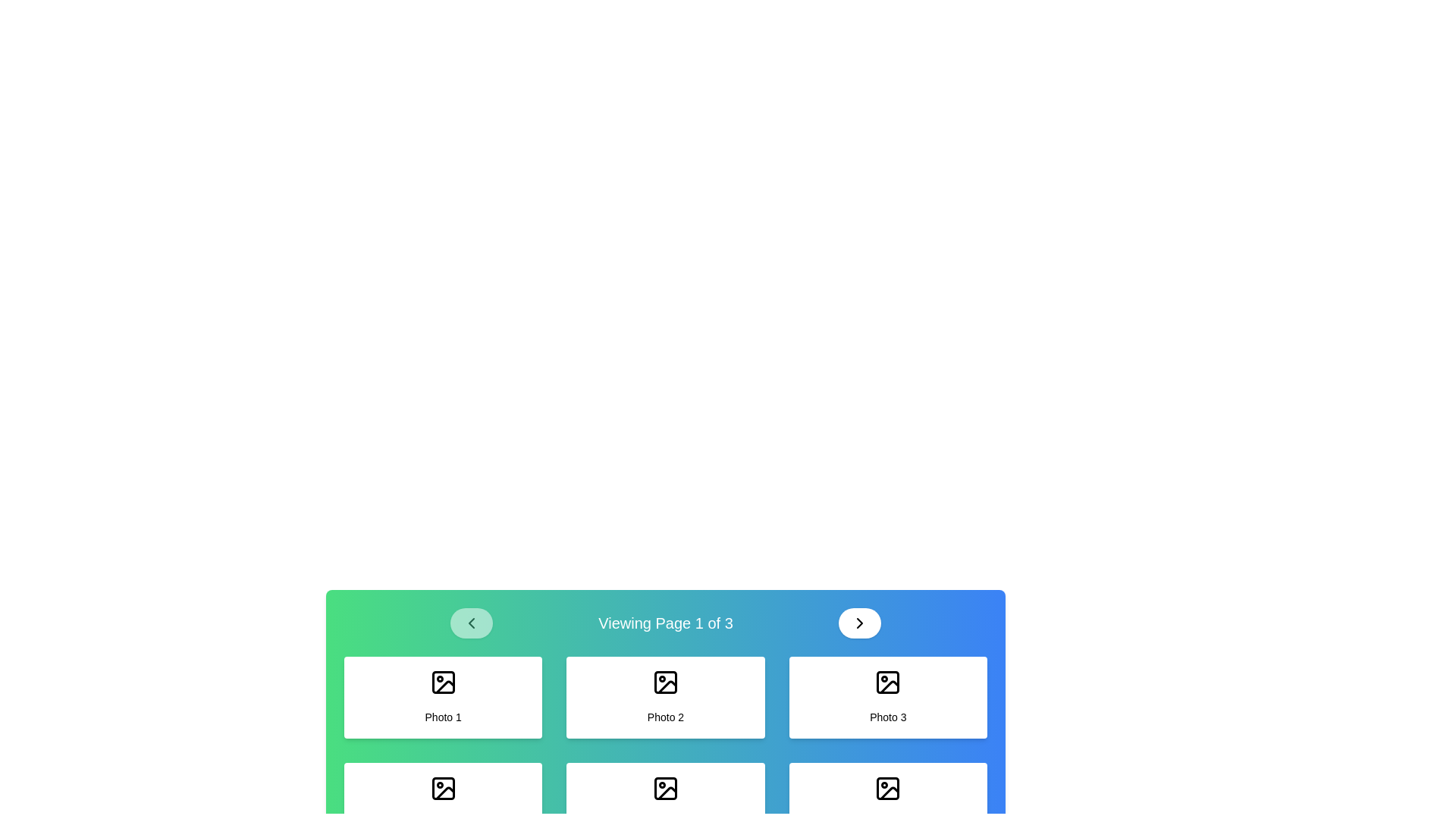  I want to click on the label displaying the current page number and total number of pages, which is centrally located above the image grid in the navigation interface, so click(666, 623).